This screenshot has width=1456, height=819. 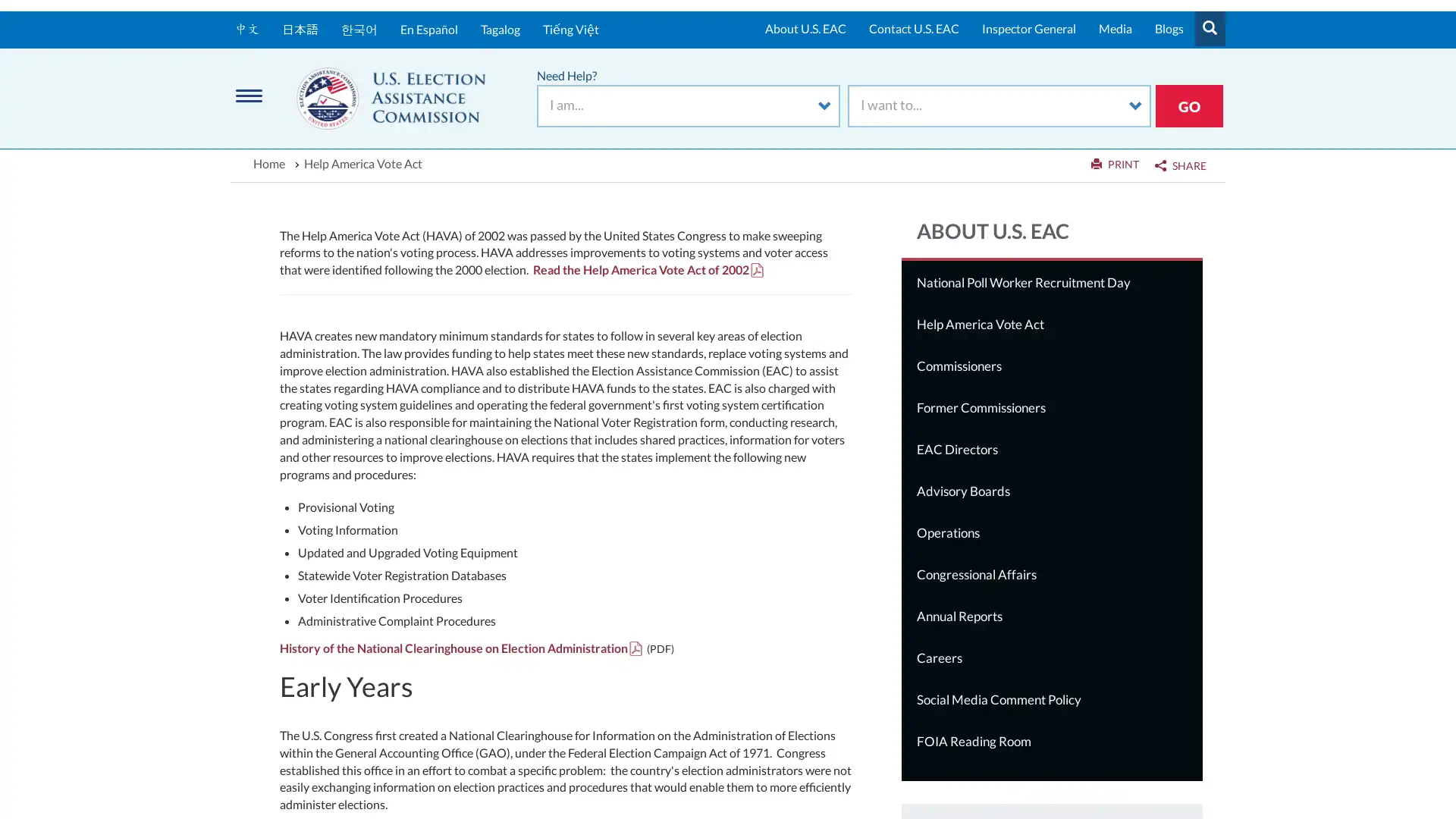 I want to click on Menu, so click(x=249, y=96).